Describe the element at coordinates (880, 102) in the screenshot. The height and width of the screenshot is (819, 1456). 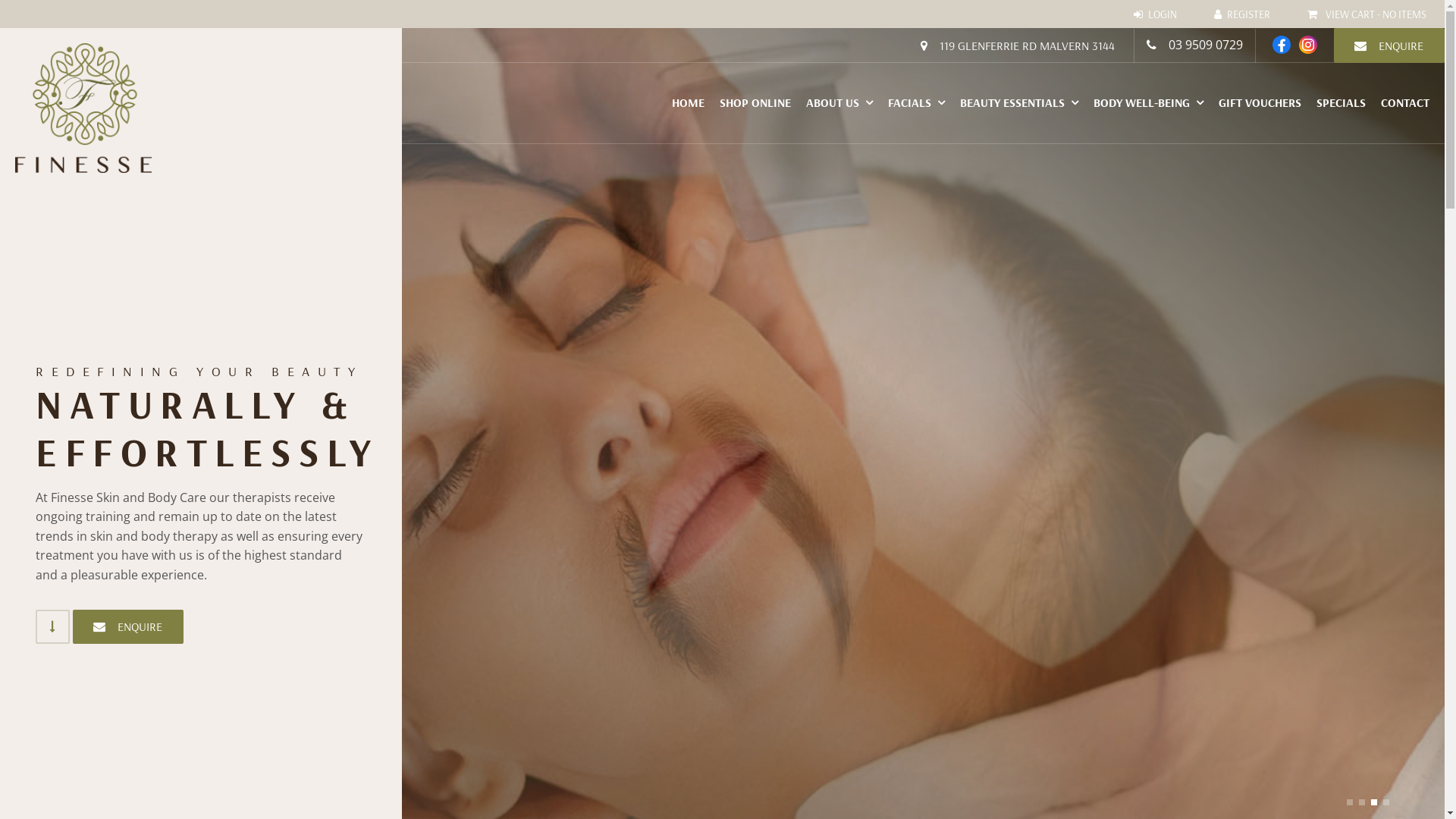
I see `'FACIALS'` at that location.